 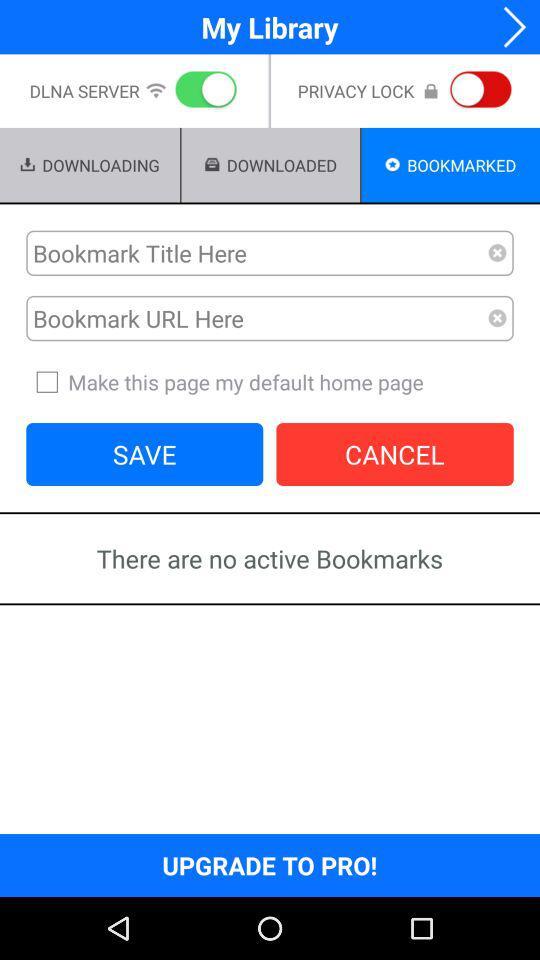 I want to click on erase/delete selection, so click(x=496, y=318).